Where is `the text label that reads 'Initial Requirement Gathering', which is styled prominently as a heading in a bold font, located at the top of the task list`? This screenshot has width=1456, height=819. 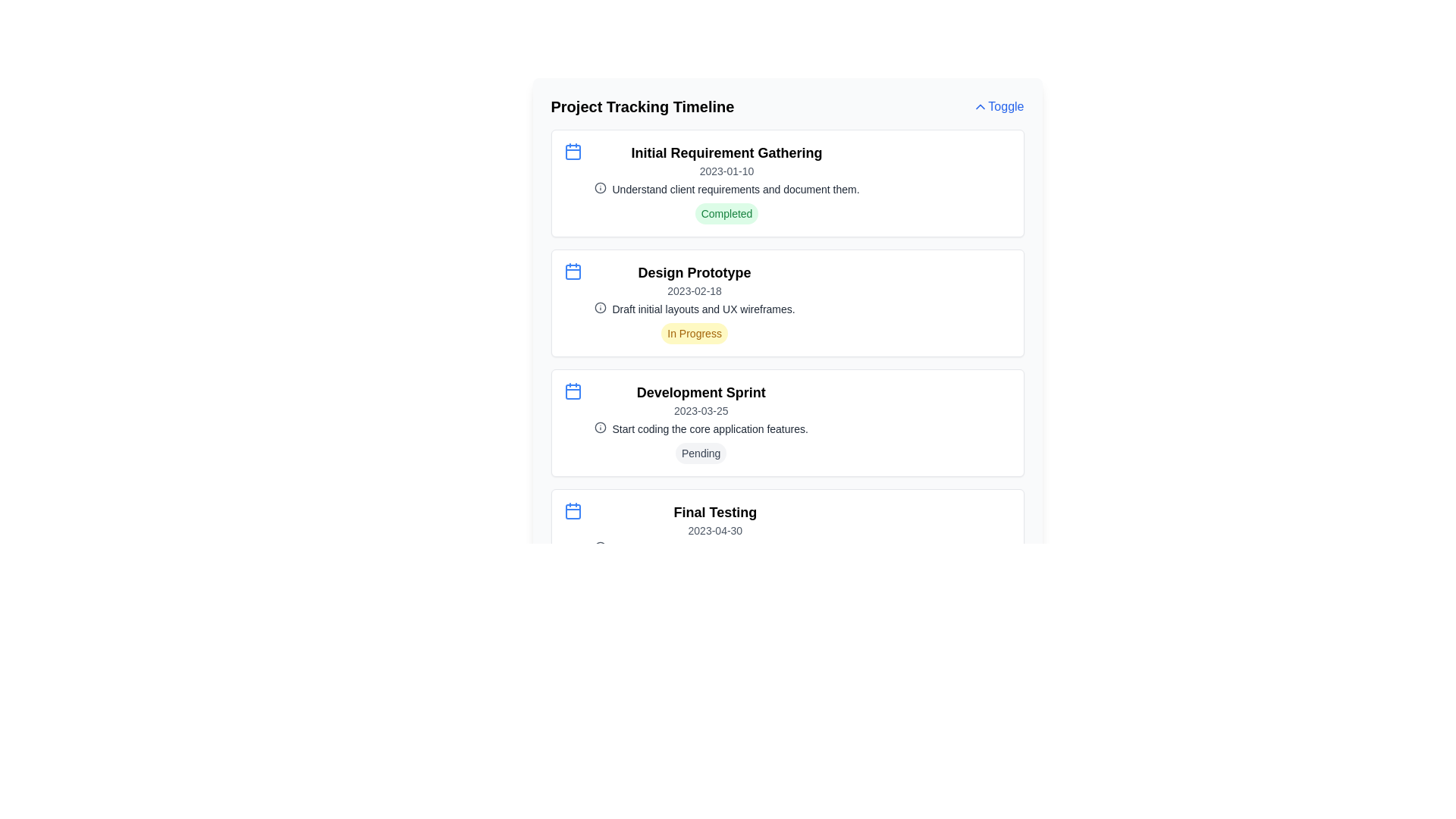 the text label that reads 'Initial Requirement Gathering', which is styled prominently as a heading in a bold font, located at the top of the task list is located at coordinates (726, 152).